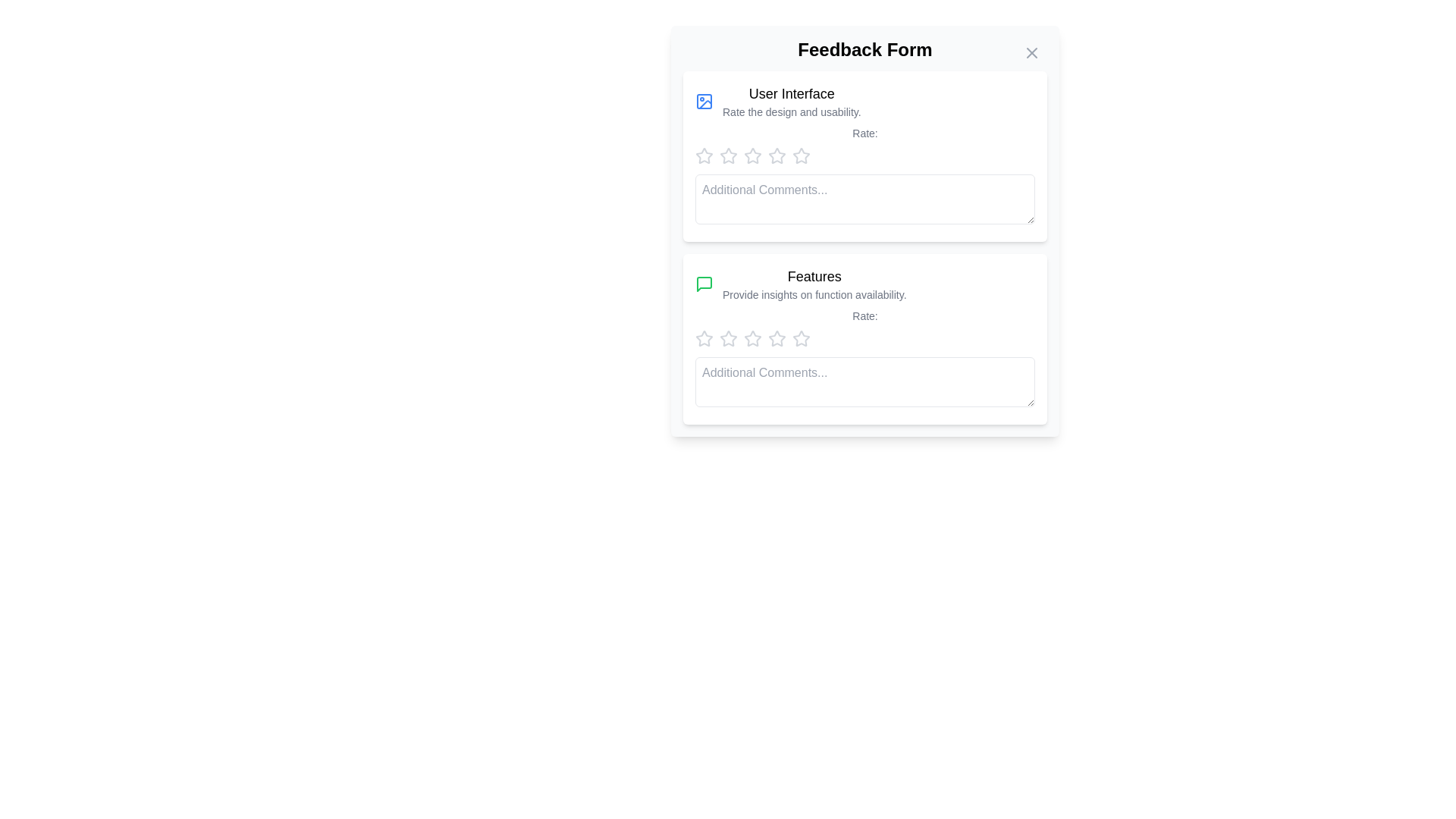  Describe the element at coordinates (791, 93) in the screenshot. I see `the 'User Interface' text label element located at the top-left corner of the rating section, which is bold and large, indicating it is a header` at that location.